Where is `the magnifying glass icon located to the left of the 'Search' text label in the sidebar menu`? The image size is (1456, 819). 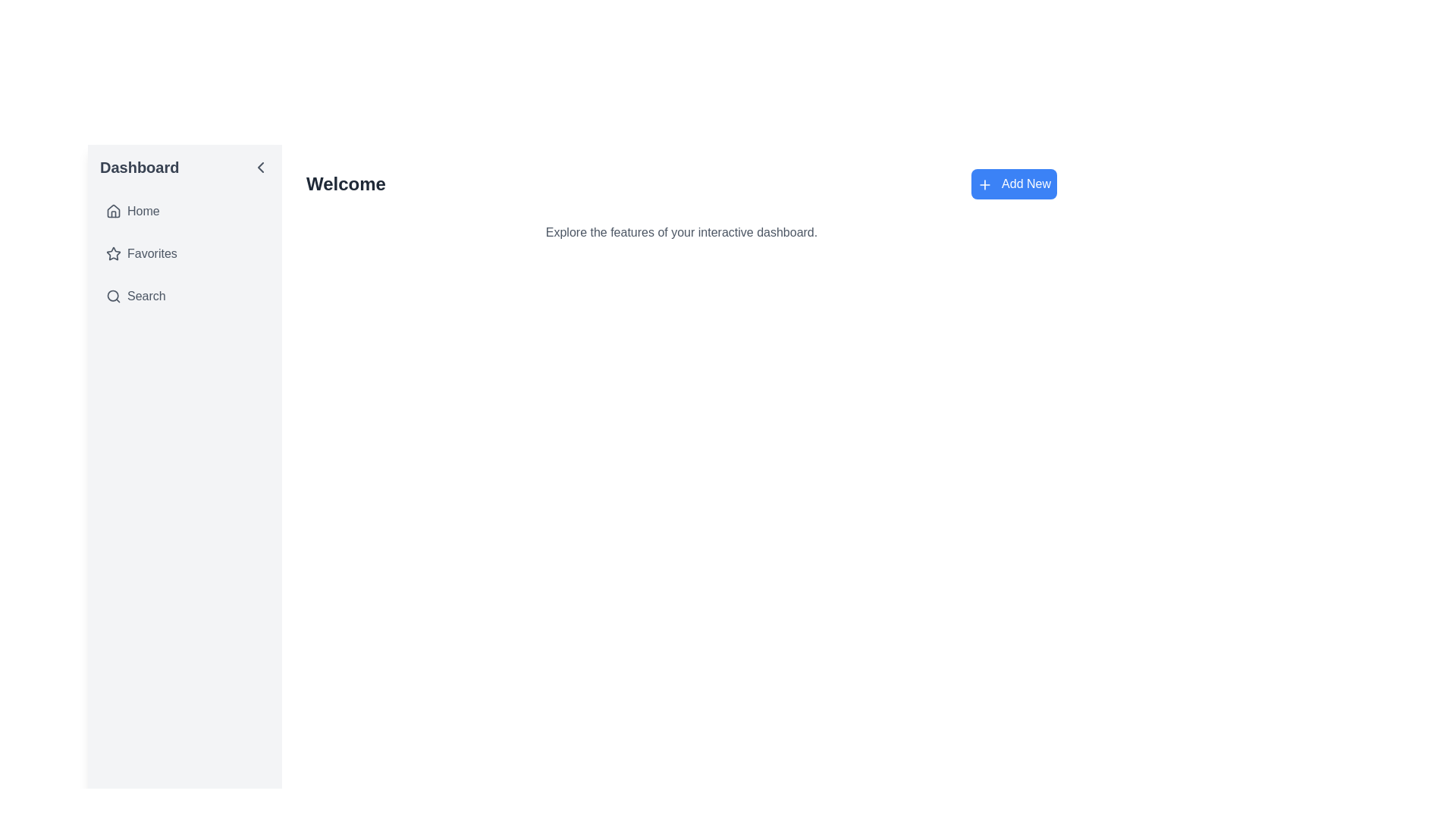 the magnifying glass icon located to the left of the 'Search' text label in the sidebar menu is located at coordinates (112, 296).